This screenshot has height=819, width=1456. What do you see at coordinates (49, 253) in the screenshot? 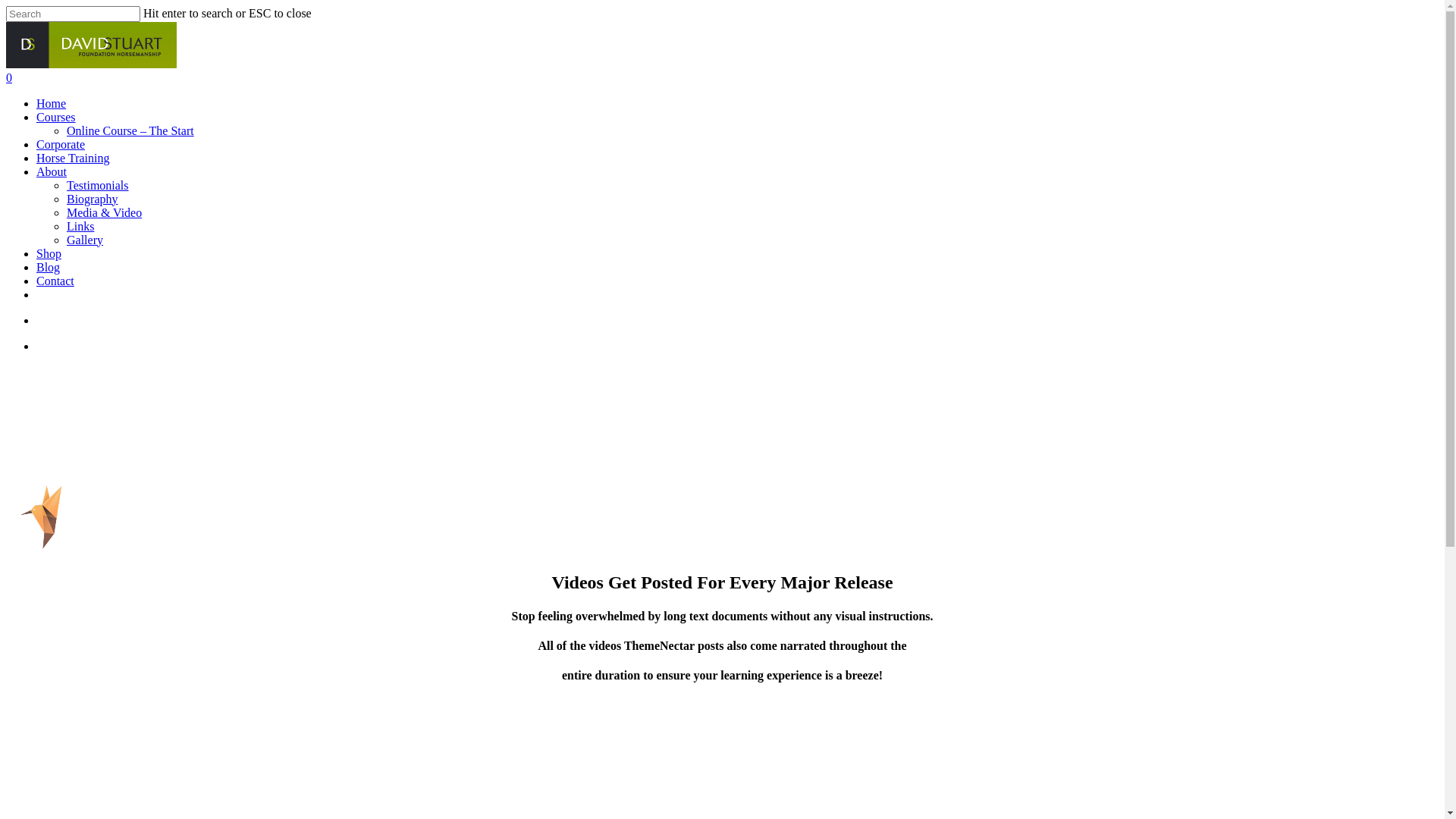
I see `'Shop'` at bounding box center [49, 253].